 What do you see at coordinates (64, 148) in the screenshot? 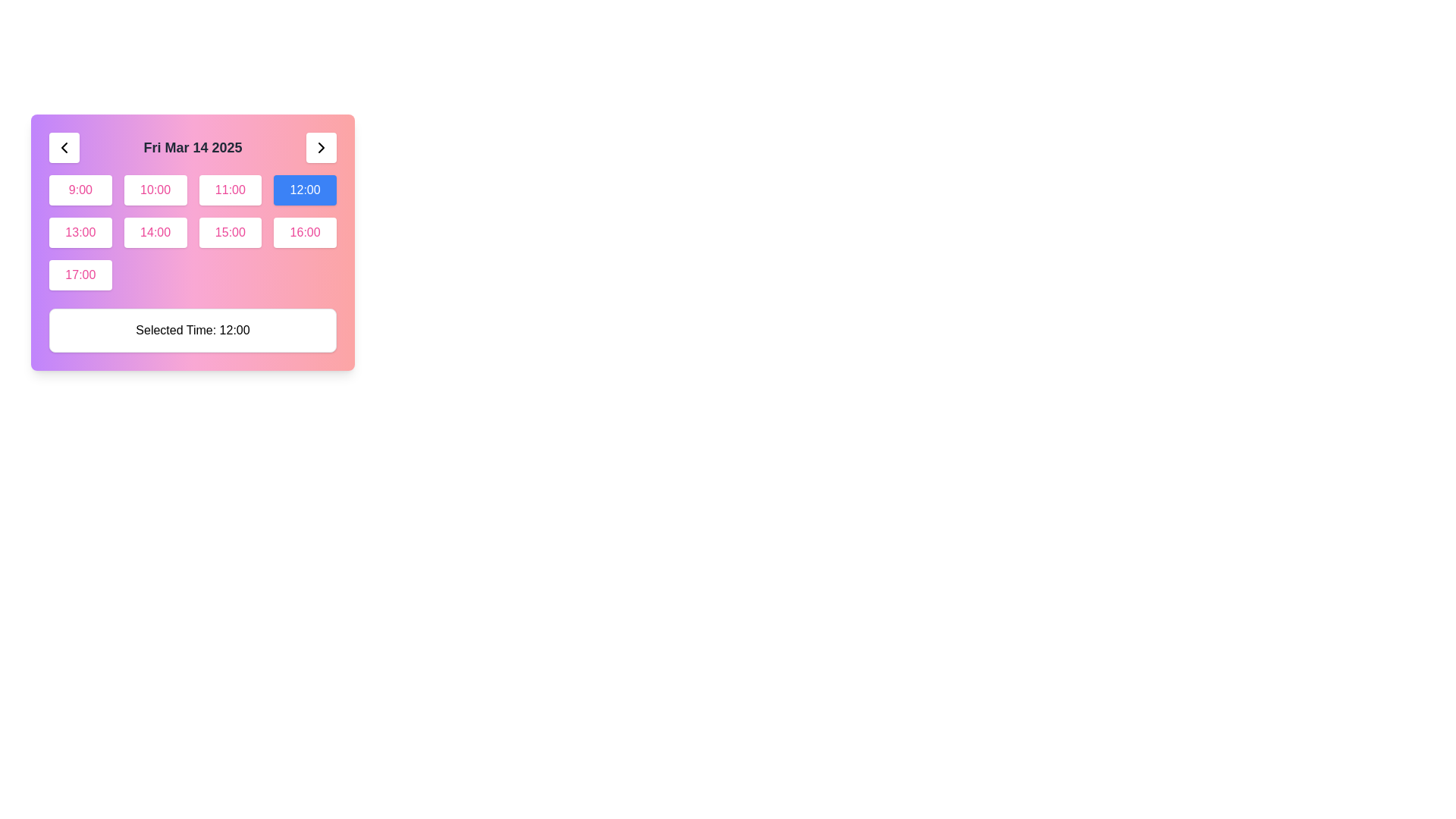
I see `the small rectangular button with a white background and a left-pointing chevron icon` at bounding box center [64, 148].